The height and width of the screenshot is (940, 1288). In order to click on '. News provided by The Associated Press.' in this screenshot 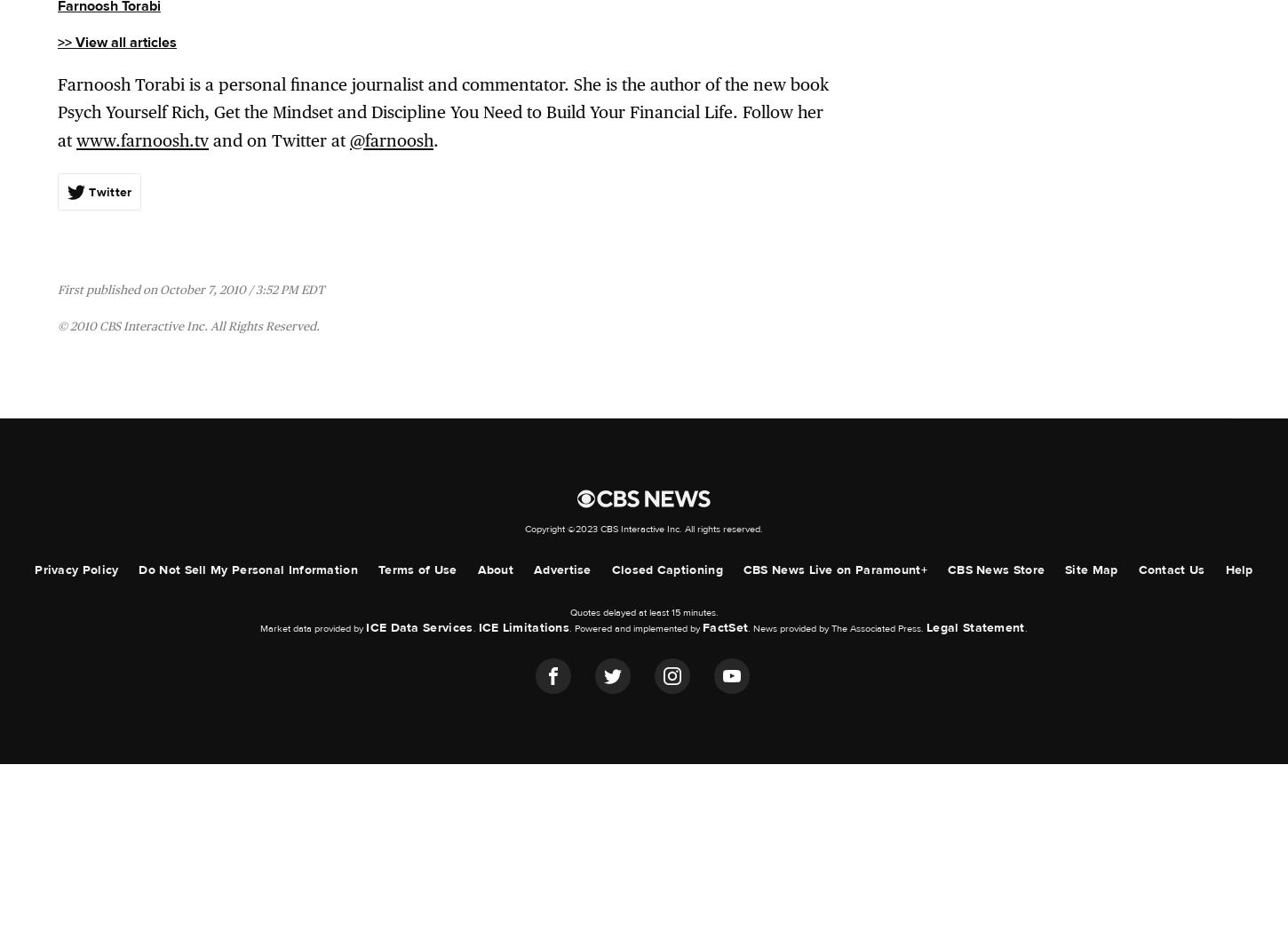, I will do `click(836, 627)`.